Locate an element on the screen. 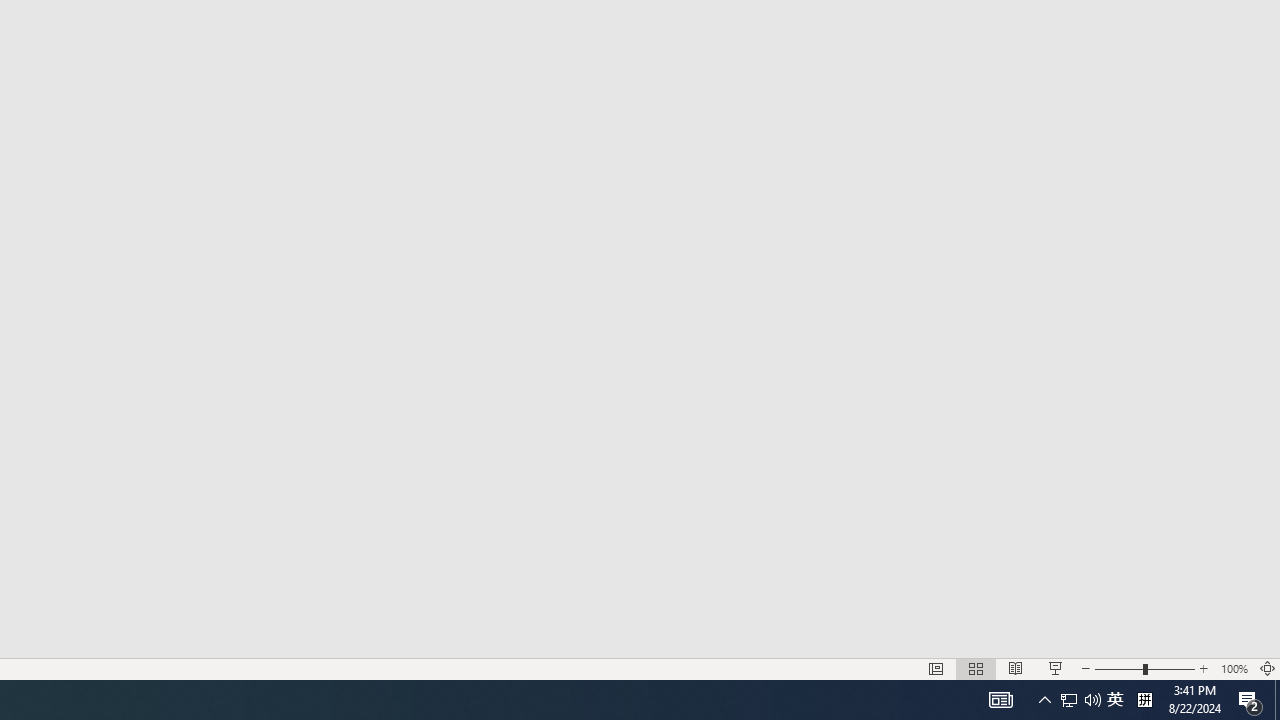 The width and height of the screenshot is (1280, 720). 'Slide Sorter' is located at coordinates (976, 669).